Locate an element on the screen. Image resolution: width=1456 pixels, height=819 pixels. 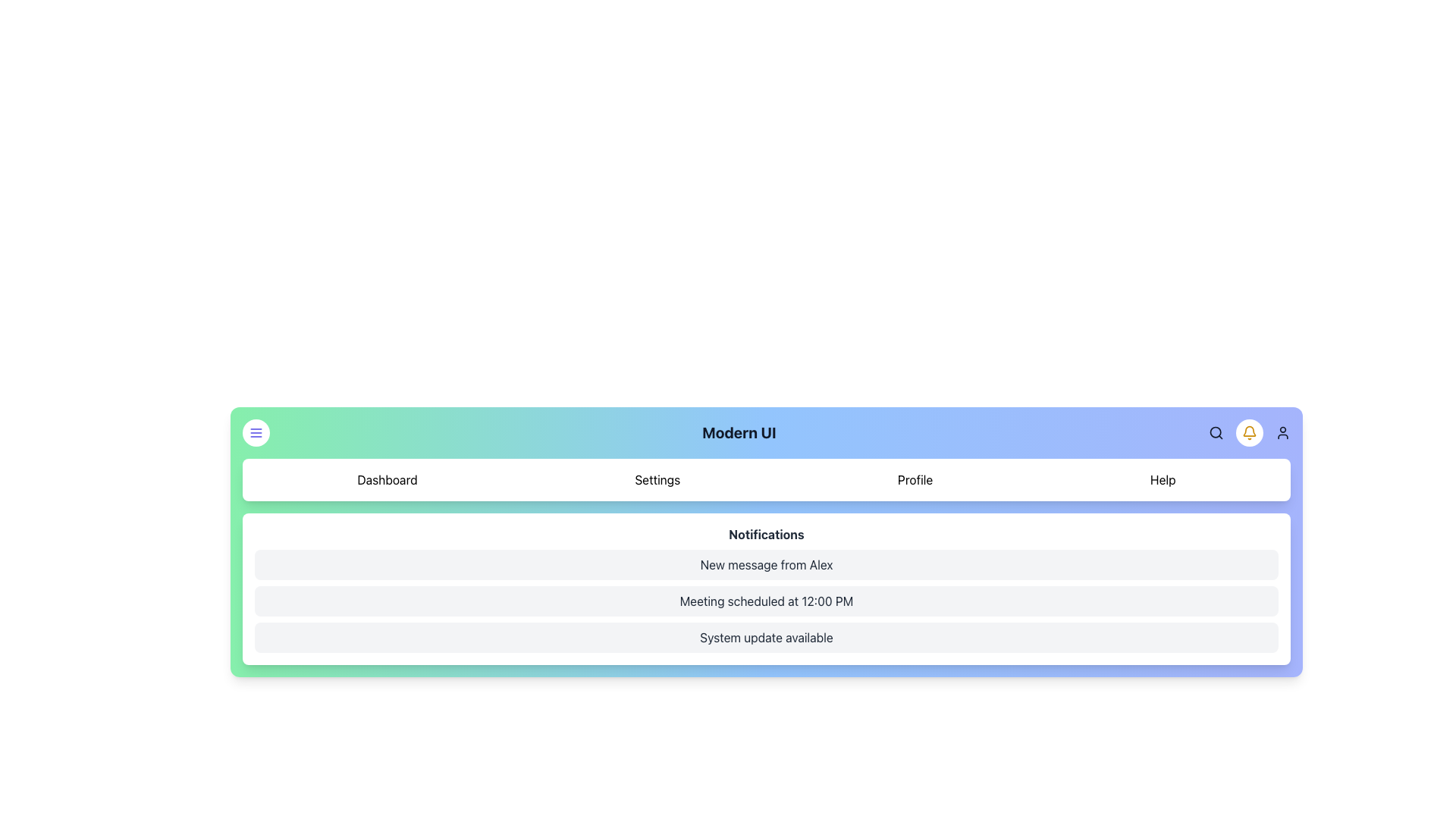
the 'Dashboard' text button located in the top-left portion of the menu bar is located at coordinates (387, 479).